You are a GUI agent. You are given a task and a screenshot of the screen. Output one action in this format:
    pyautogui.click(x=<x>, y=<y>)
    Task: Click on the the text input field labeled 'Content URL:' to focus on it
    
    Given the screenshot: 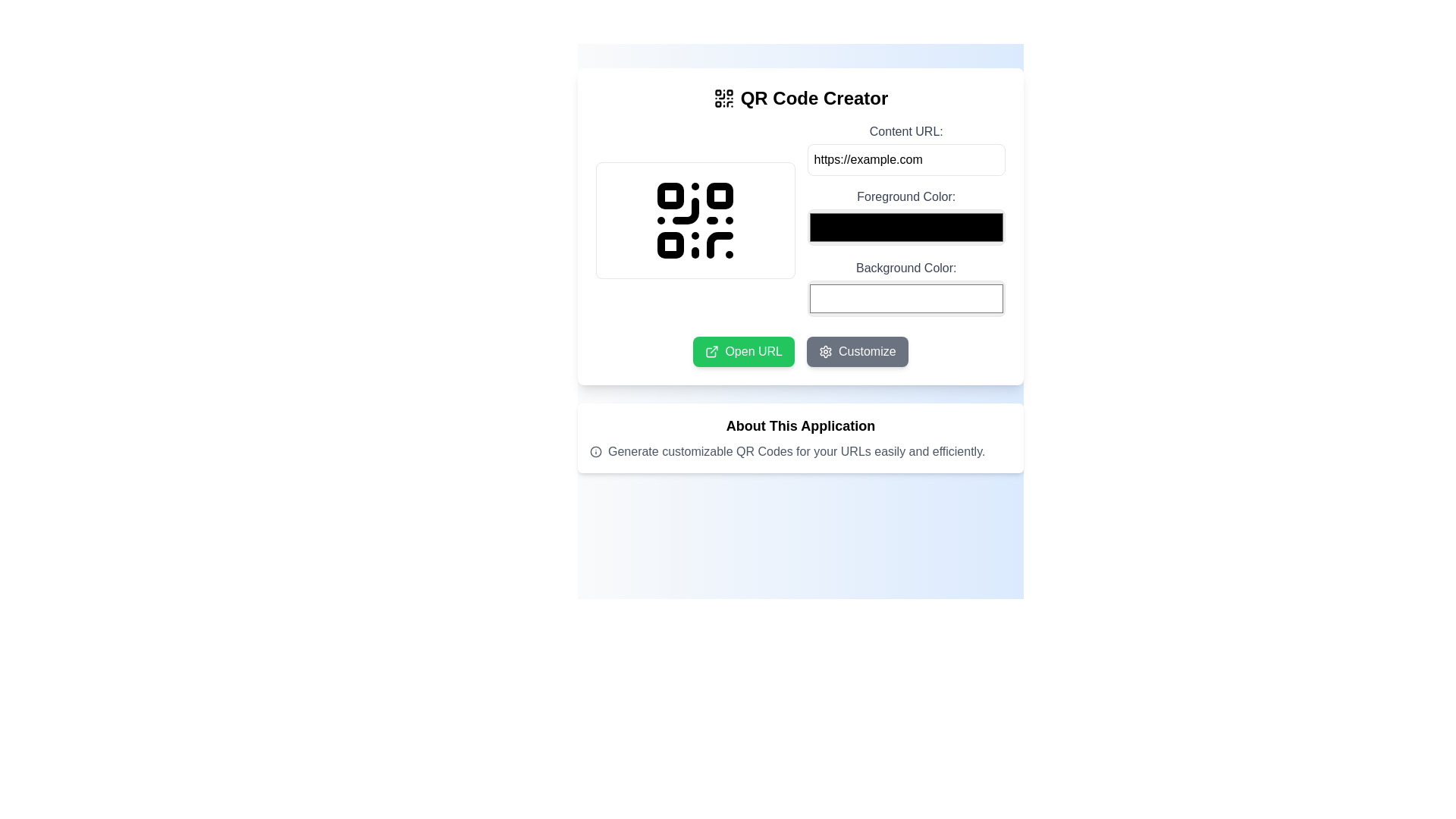 What is the action you would take?
    pyautogui.click(x=906, y=149)
    